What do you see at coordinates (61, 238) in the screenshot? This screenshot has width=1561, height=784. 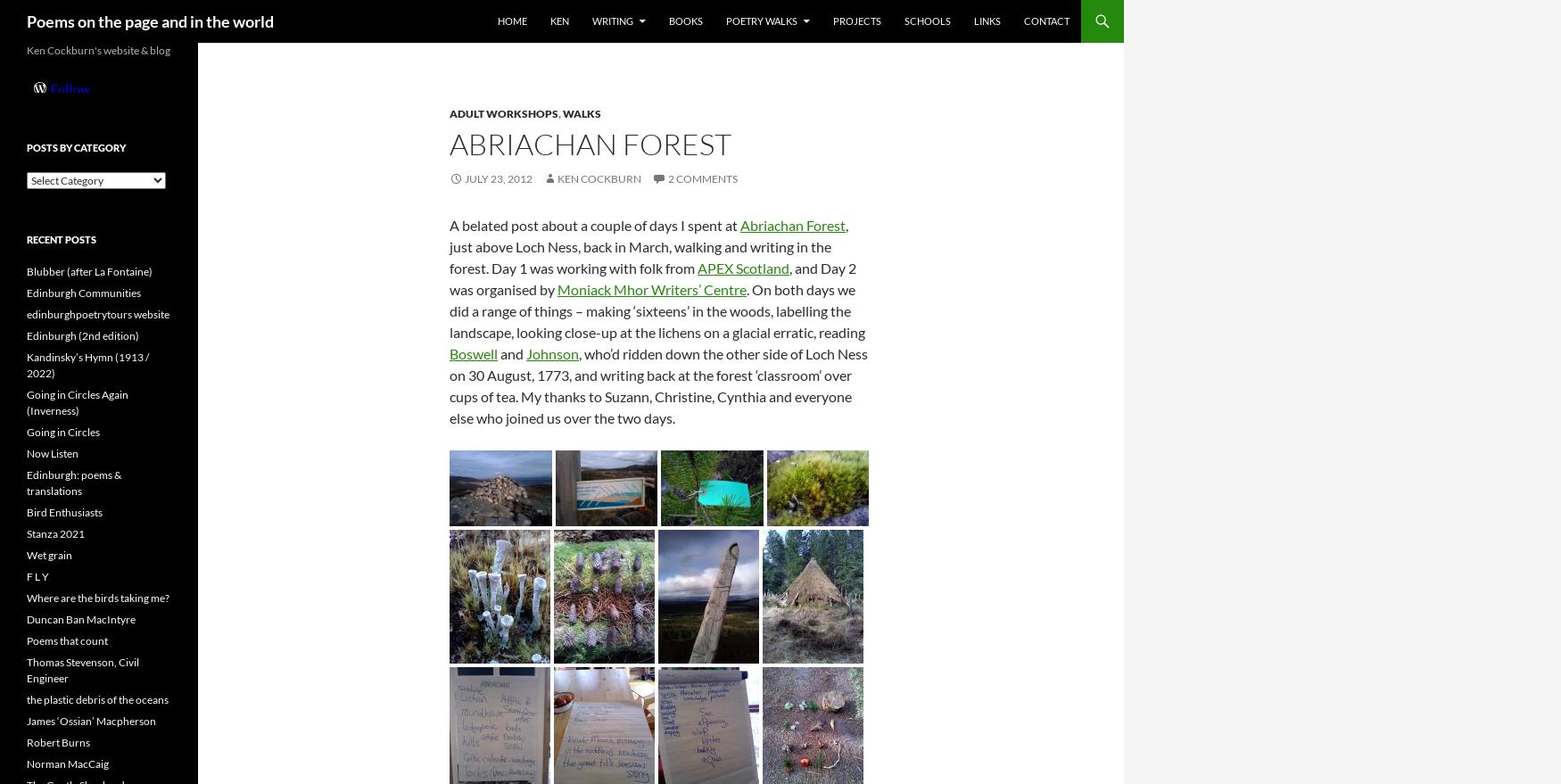 I see `'Recent Posts'` at bounding box center [61, 238].